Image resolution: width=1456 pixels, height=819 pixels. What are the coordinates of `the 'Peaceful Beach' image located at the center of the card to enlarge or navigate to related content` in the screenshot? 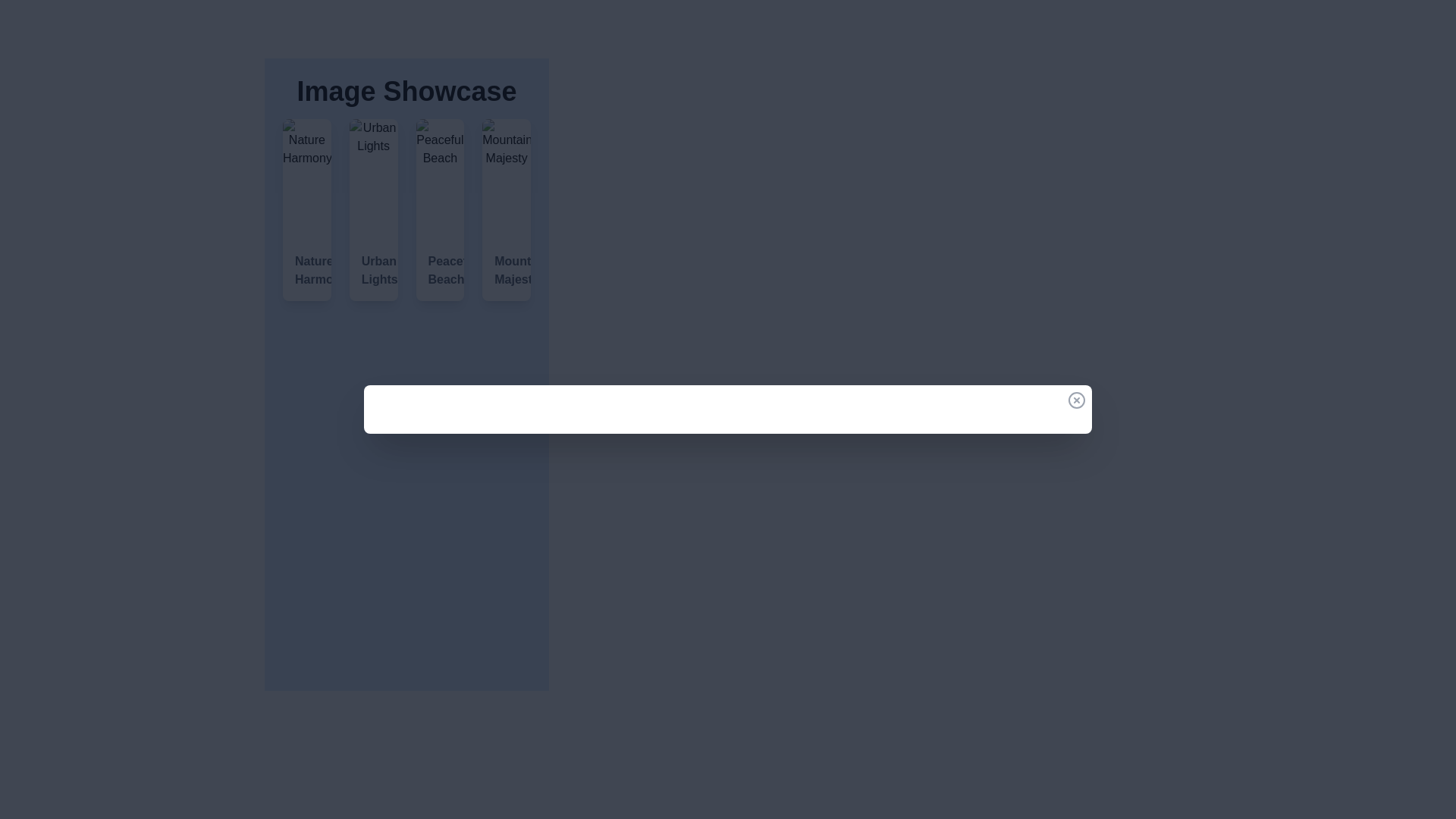 It's located at (439, 178).